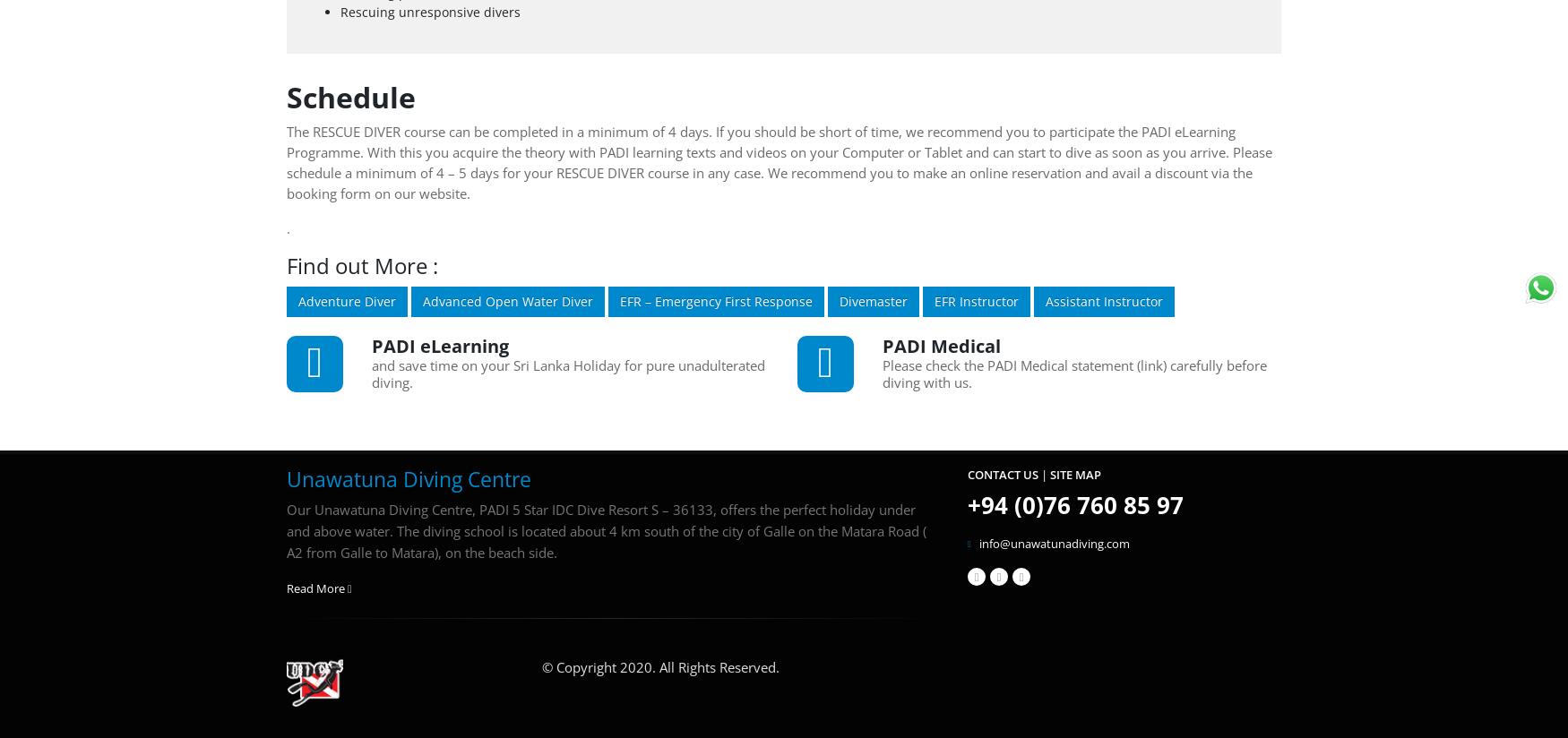 The height and width of the screenshot is (738, 1568). Describe the element at coordinates (430, 10) in the screenshot. I see `'Rescuing unresponsive divers'` at that location.